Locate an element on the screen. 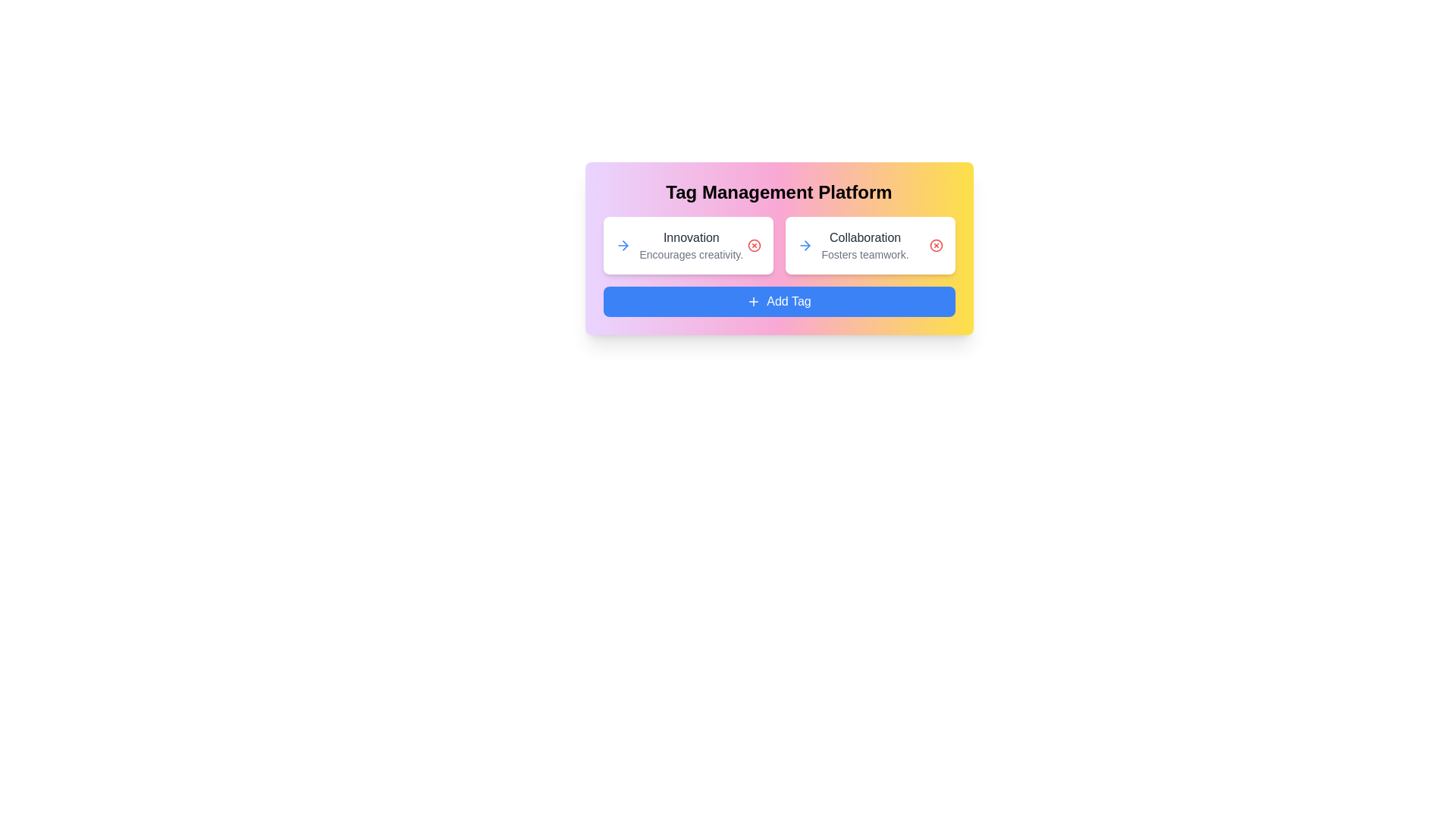 The height and width of the screenshot is (819, 1456). the arrow icon for the tag Collaboration is located at coordinates (804, 245).